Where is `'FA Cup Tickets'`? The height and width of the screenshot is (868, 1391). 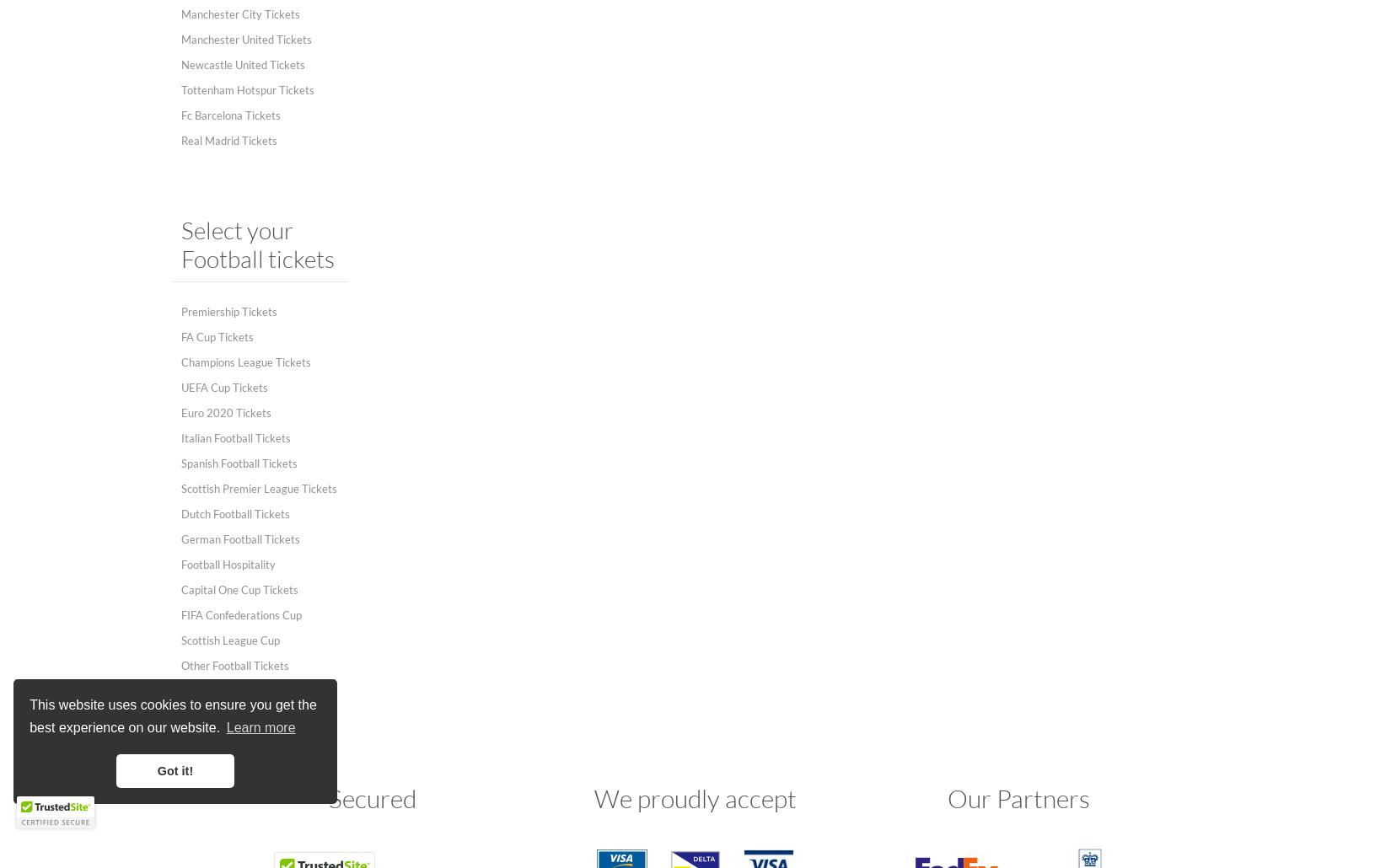
'FA Cup Tickets' is located at coordinates (180, 336).